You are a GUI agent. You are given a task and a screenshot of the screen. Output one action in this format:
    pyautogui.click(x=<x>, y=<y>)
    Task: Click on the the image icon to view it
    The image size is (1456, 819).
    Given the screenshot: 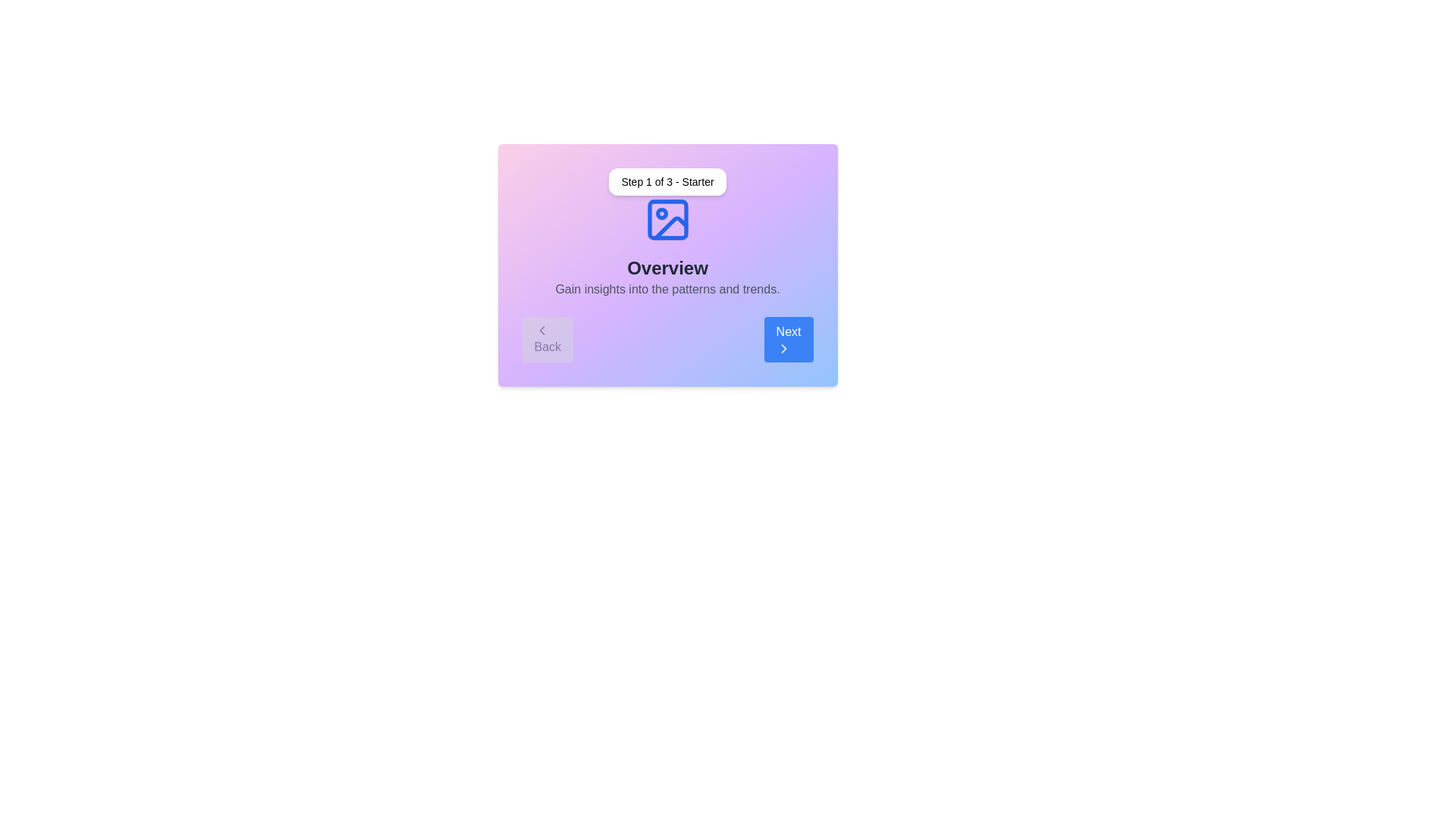 What is the action you would take?
    pyautogui.click(x=667, y=219)
    